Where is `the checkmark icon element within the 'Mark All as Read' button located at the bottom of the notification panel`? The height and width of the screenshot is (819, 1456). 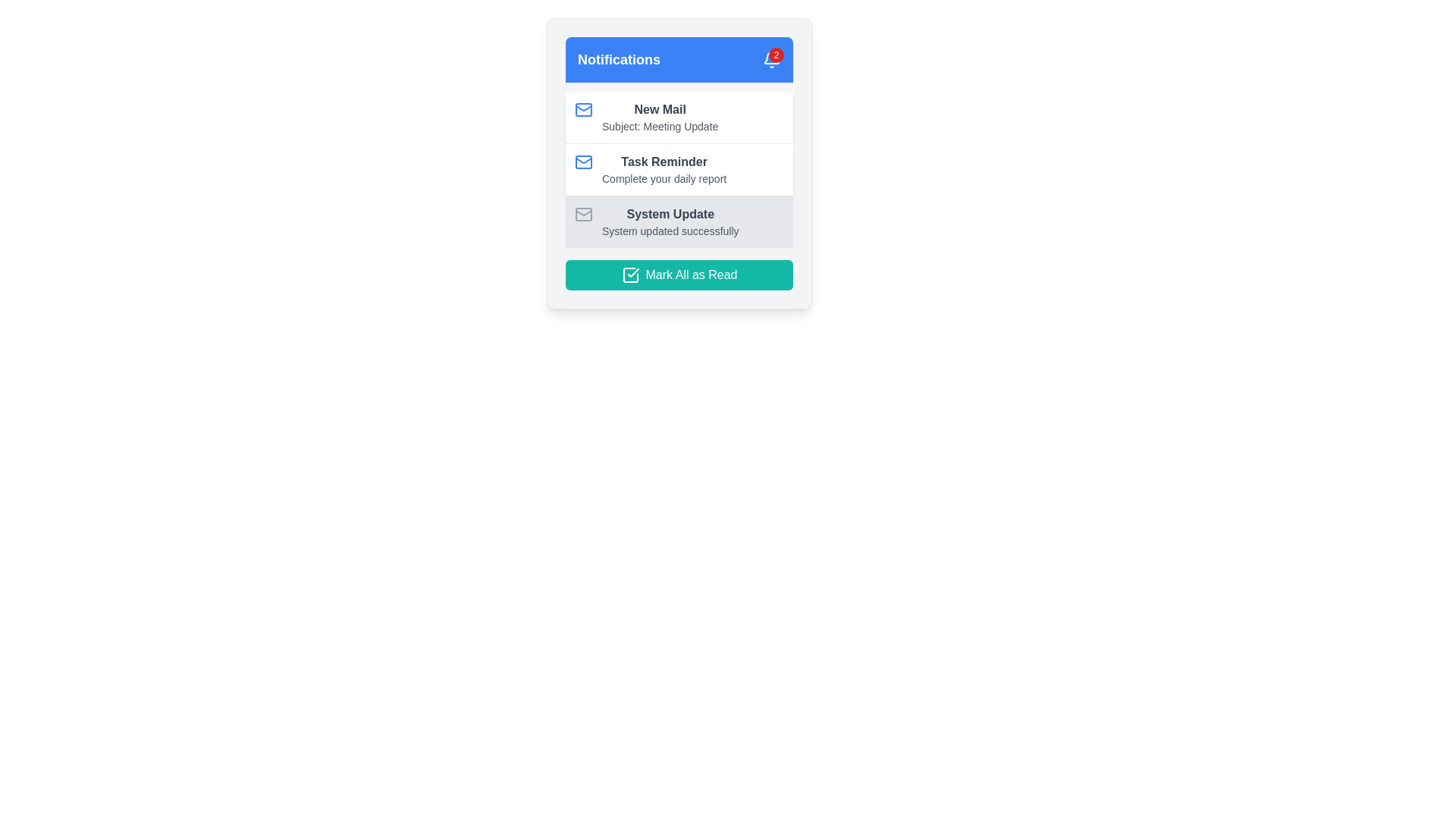
the checkmark icon element within the 'Mark All as Read' button located at the bottom of the notification panel is located at coordinates (633, 271).